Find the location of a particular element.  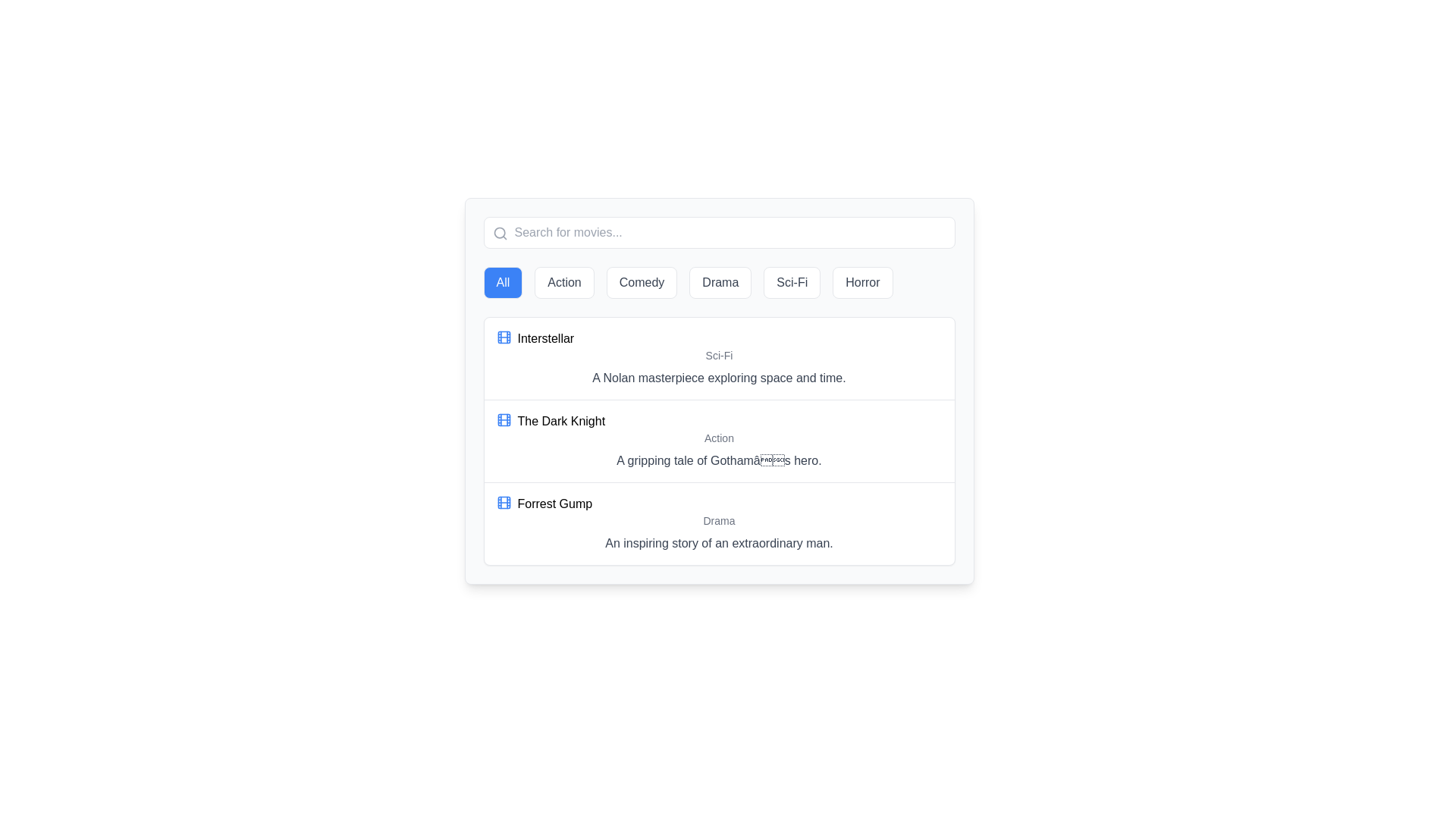

the text label displaying the movie title 'The Dark Knight', which is the second item in a vertical list of movie titles, located to the right of a blue film roll icon is located at coordinates (560, 421).